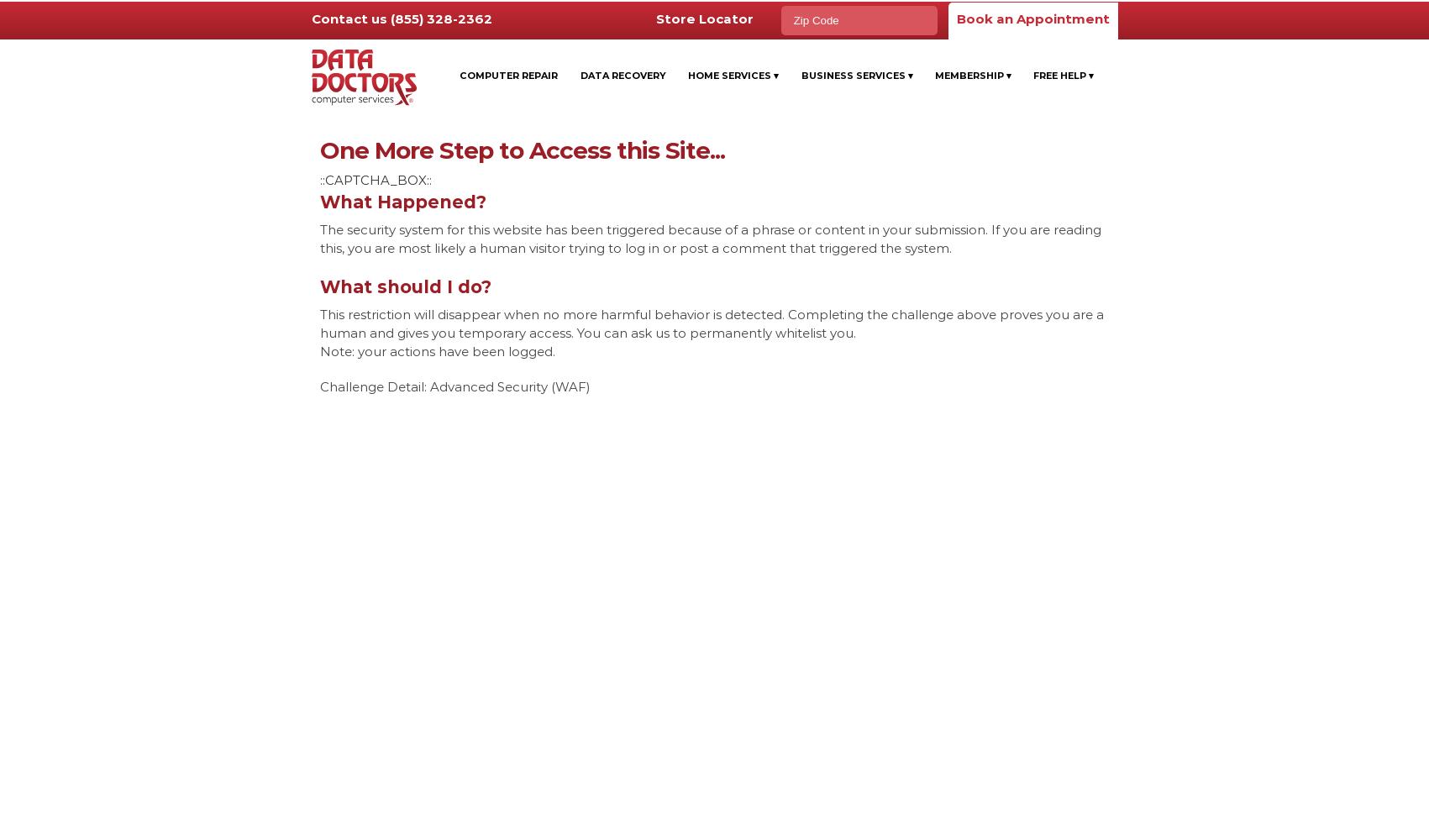 The width and height of the screenshot is (1429, 840). What do you see at coordinates (404, 286) in the screenshot?
I see `'What should I do?'` at bounding box center [404, 286].